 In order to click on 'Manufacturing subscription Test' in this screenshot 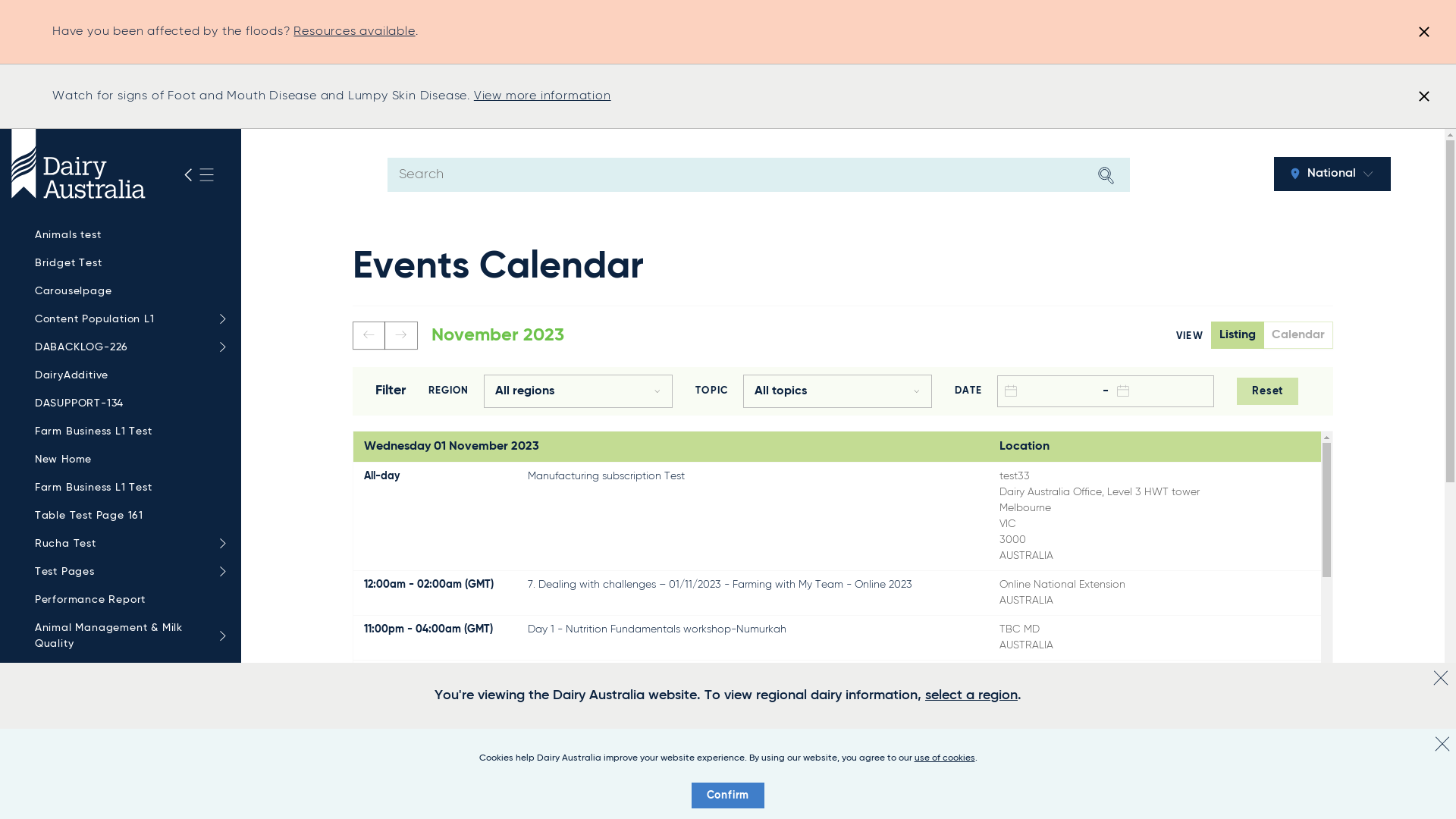, I will do `click(605, 475)`.